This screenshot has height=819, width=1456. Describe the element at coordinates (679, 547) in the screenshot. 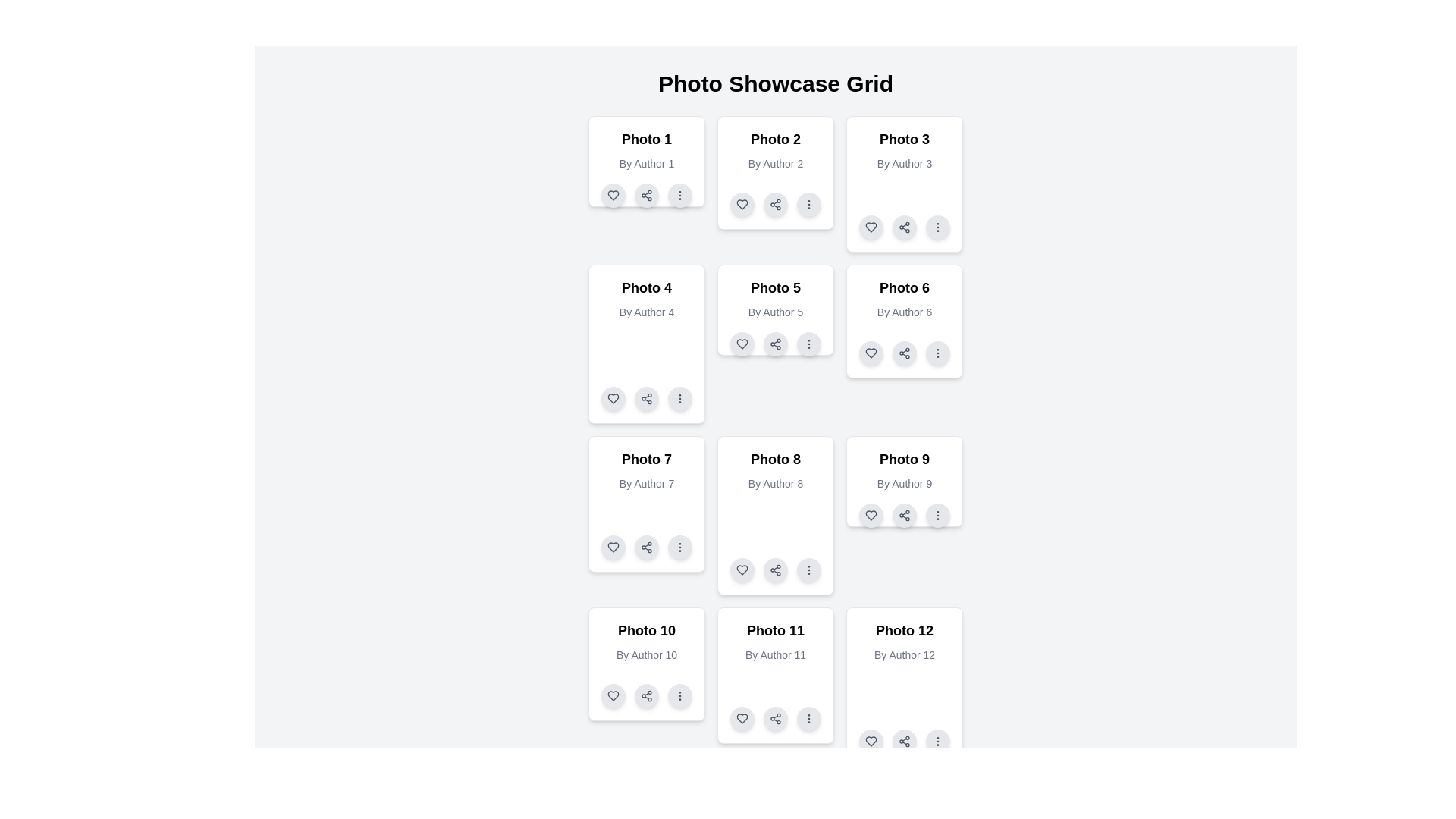

I see `the vertical ellipsis icon with three vertically aligned dots located in the bottom-right corner of the 'Photo 7' card` at that location.